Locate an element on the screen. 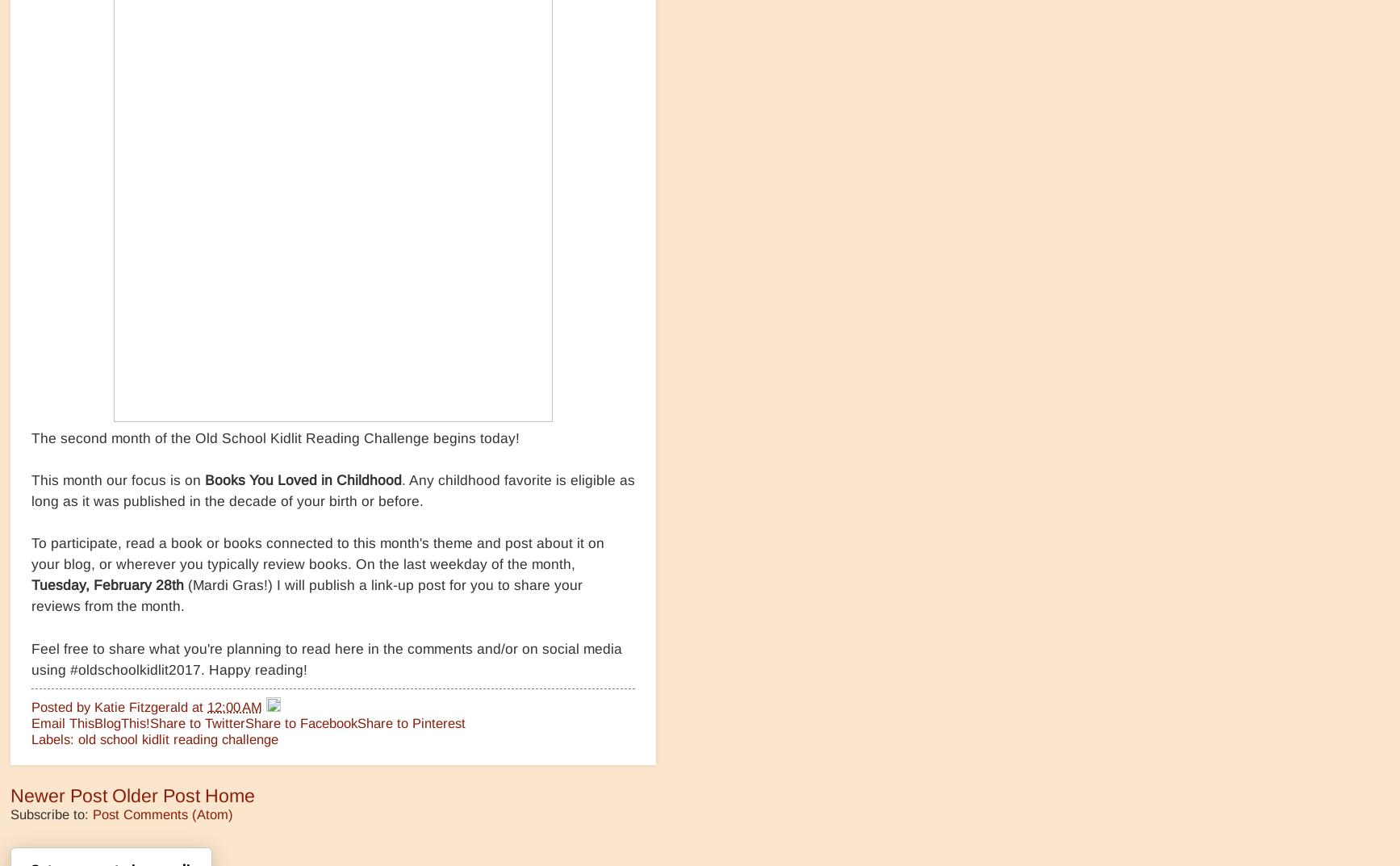 Image resolution: width=1400 pixels, height=866 pixels. 'The second month of the Old School Kidlit Reading Challenge begins today!' is located at coordinates (275, 437).